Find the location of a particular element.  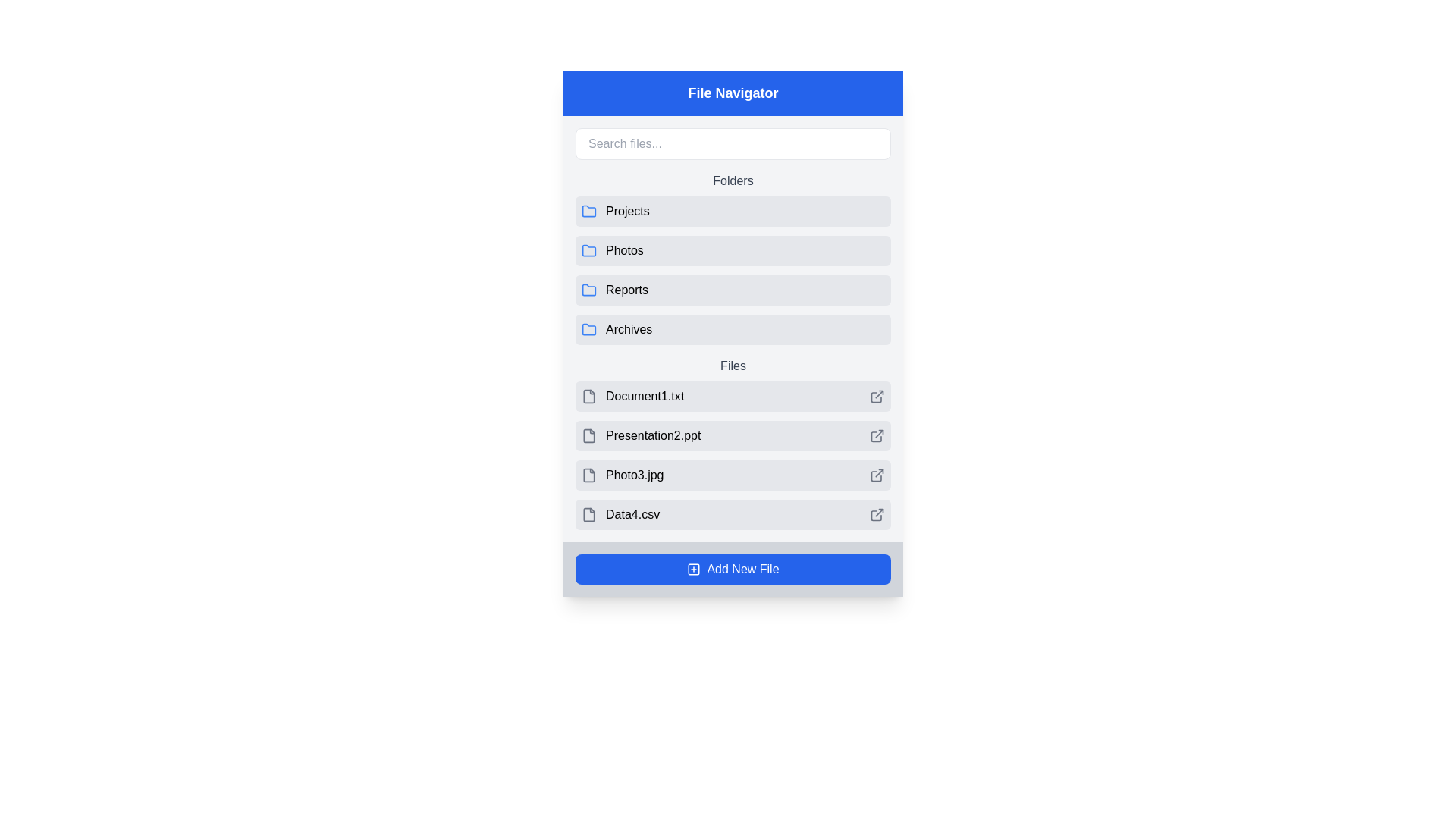

the List Item labeled 'Presentation2.ppt', which has a light gray background and rounded corners, to rename the file is located at coordinates (733, 444).